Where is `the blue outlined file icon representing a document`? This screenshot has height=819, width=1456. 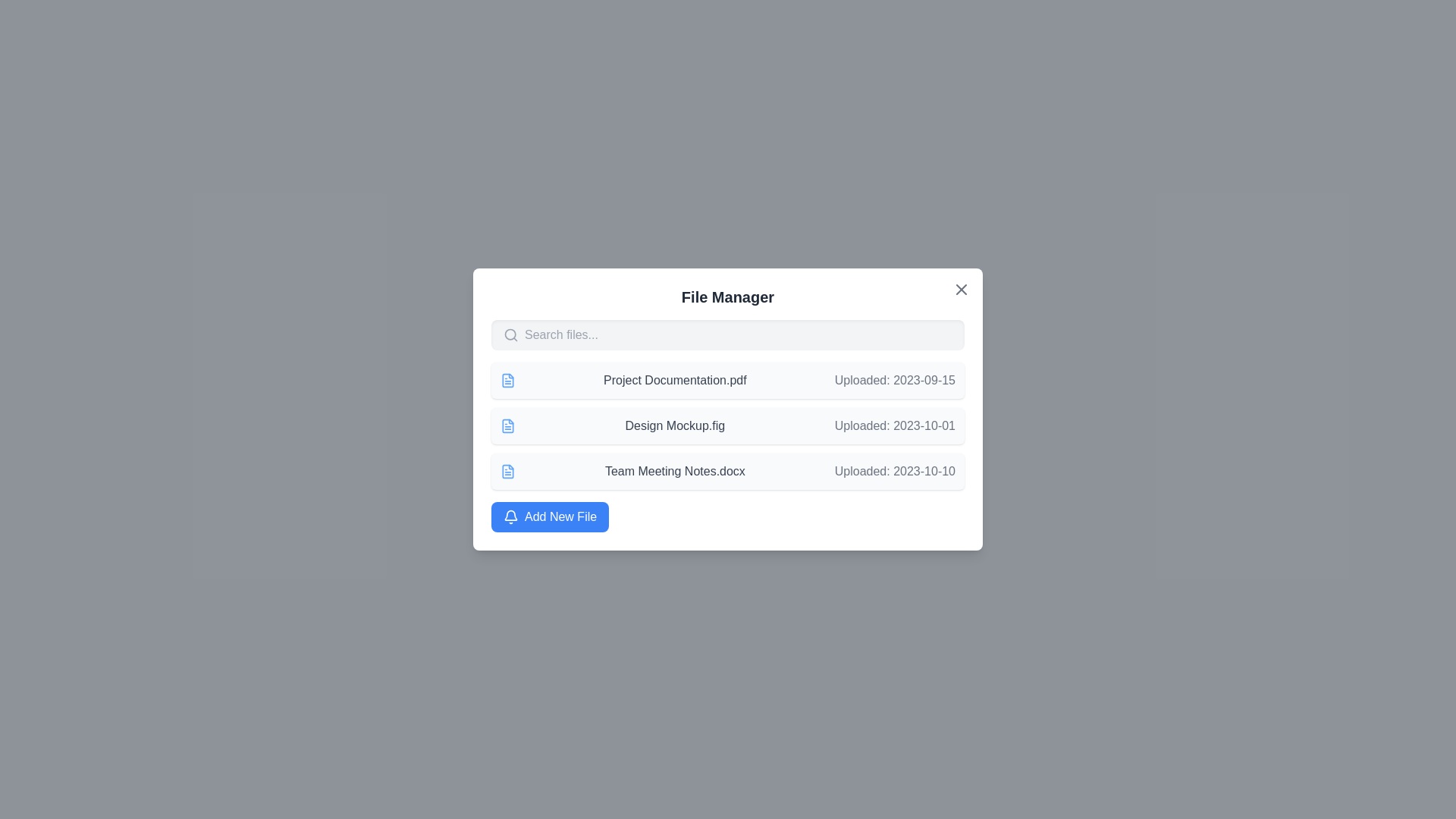 the blue outlined file icon representing a document is located at coordinates (508, 379).